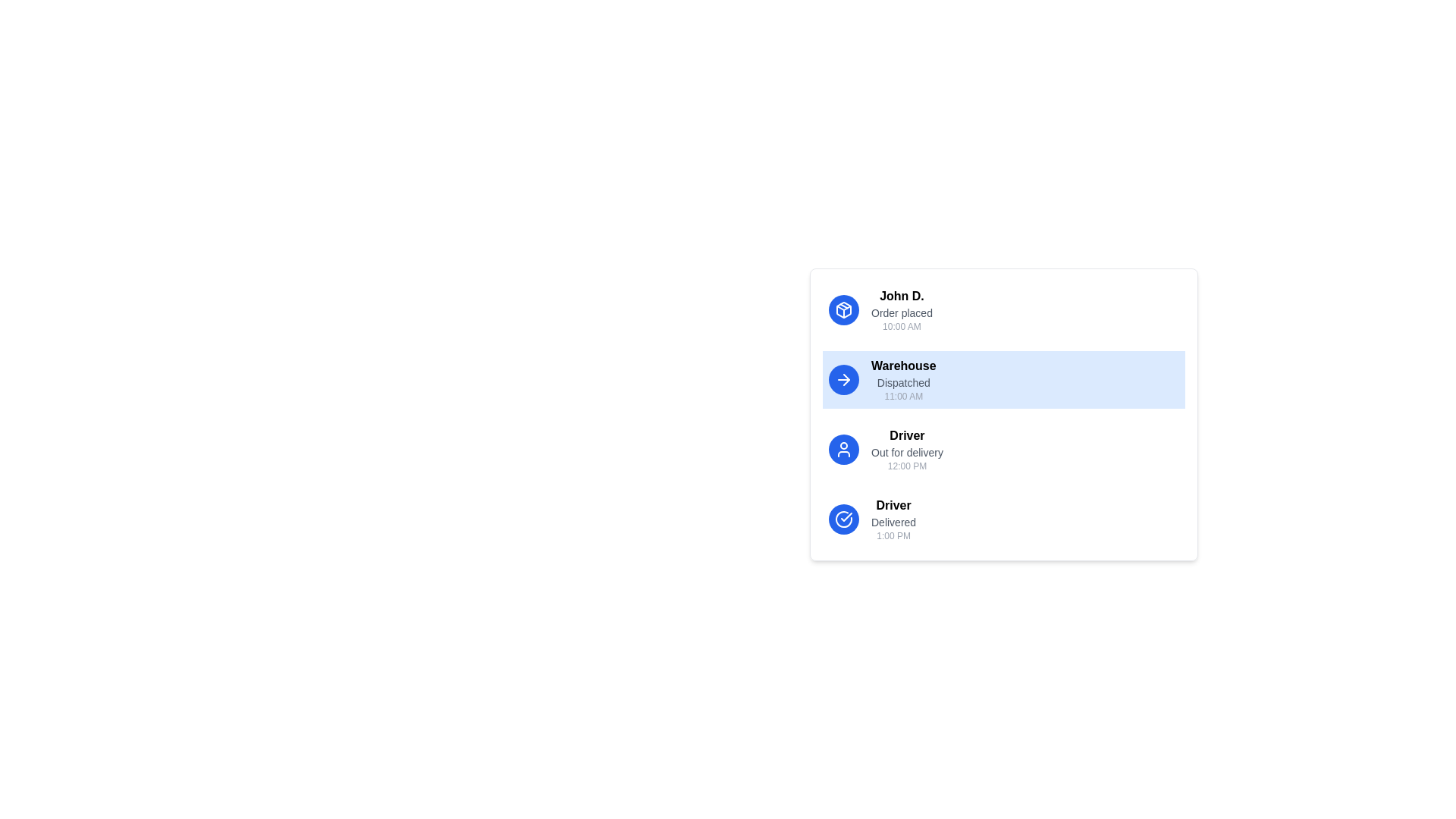 The height and width of the screenshot is (819, 1456). I want to click on the content of the text label indicating the user or entity associated with the activity, which is positioned to the right of a blue icon and above the texts 'Order placed' and '10:00 AM', so click(902, 296).